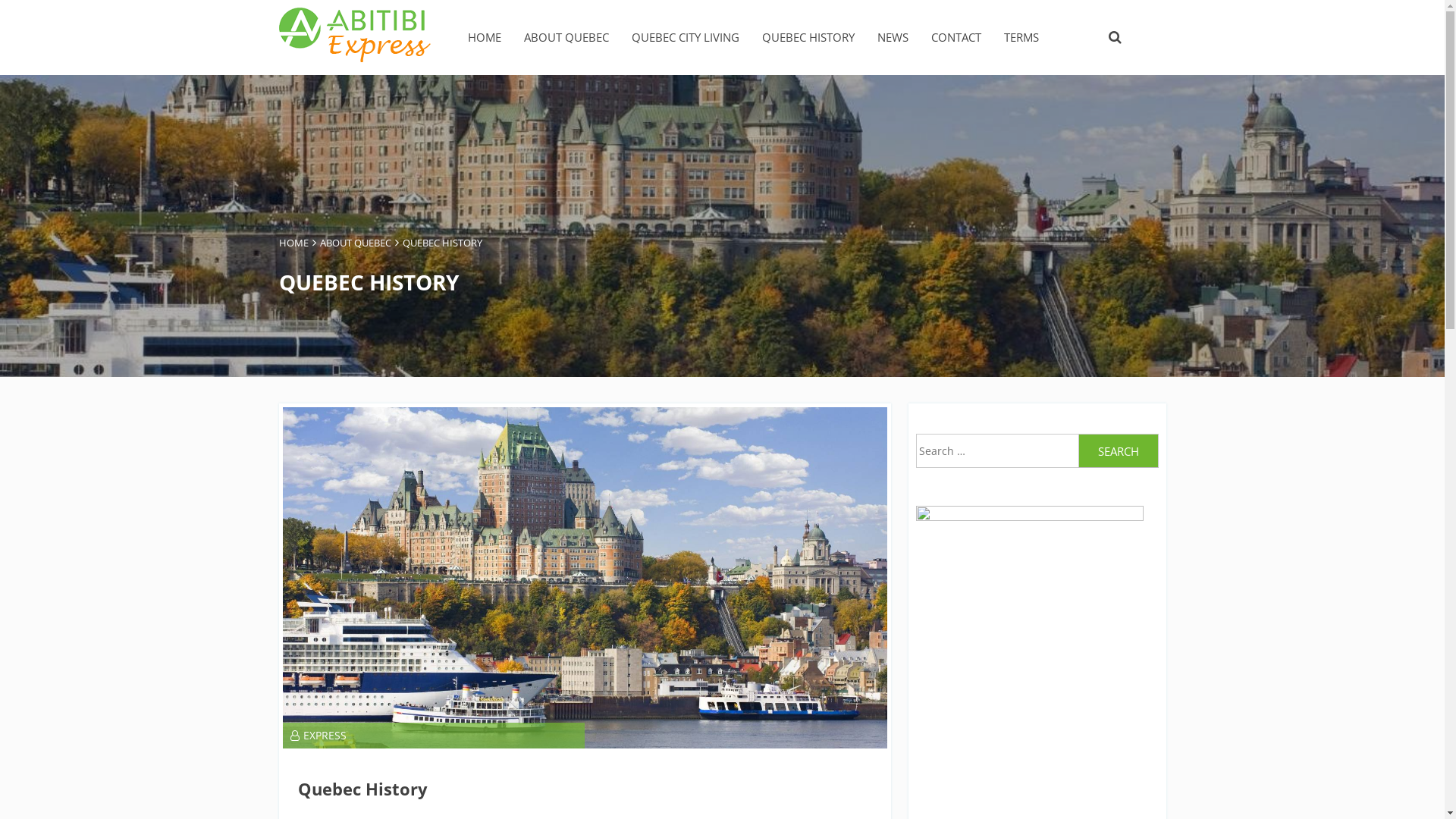 The width and height of the screenshot is (1456, 819). Describe the element at coordinates (279, 242) in the screenshot. I see `'HOME'` at that location.